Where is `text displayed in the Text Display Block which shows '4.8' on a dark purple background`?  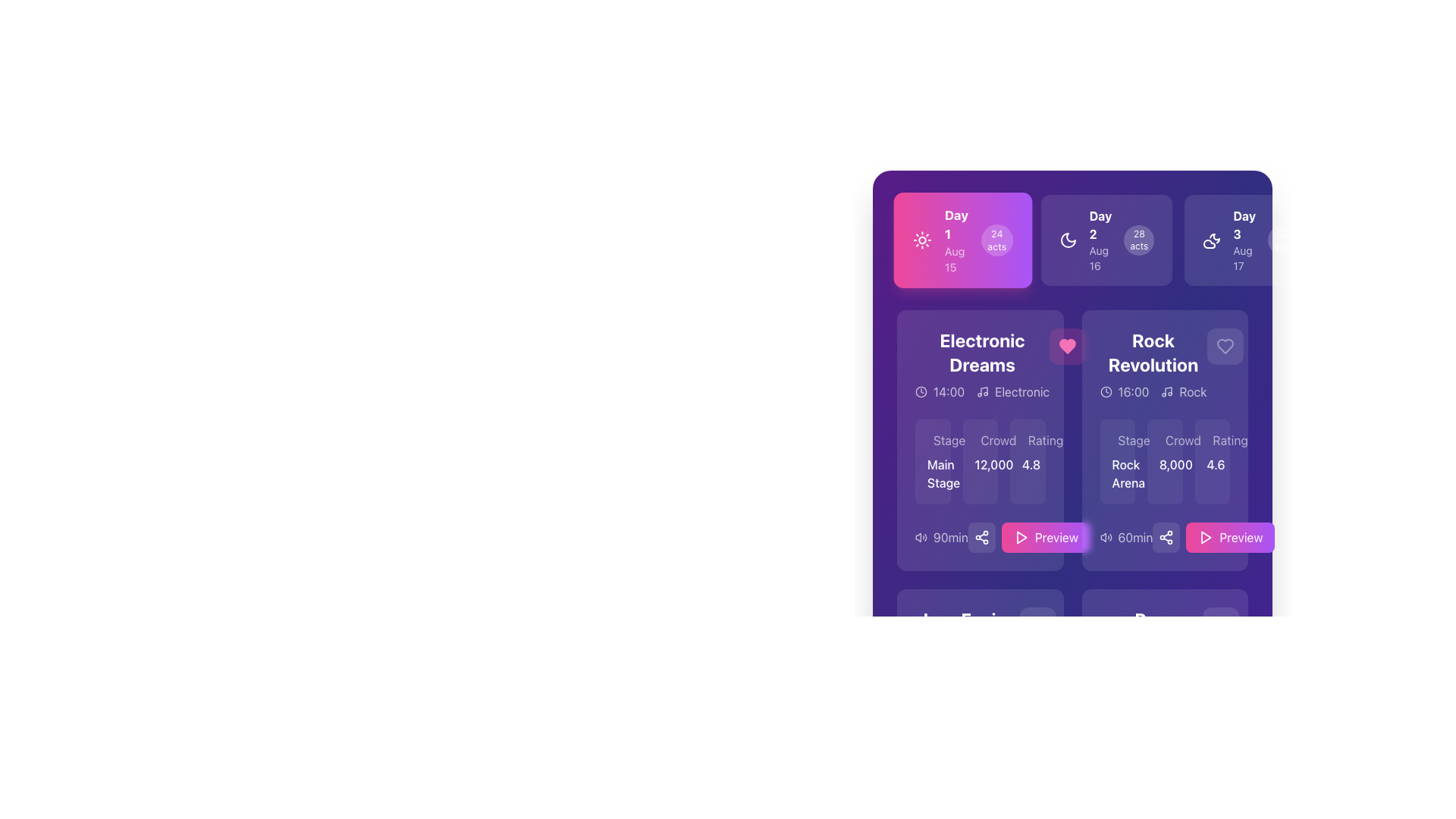 text displayed in the Text Display Block which shows '4.8' on a dark purple background is located at coordinates (1028, 461).